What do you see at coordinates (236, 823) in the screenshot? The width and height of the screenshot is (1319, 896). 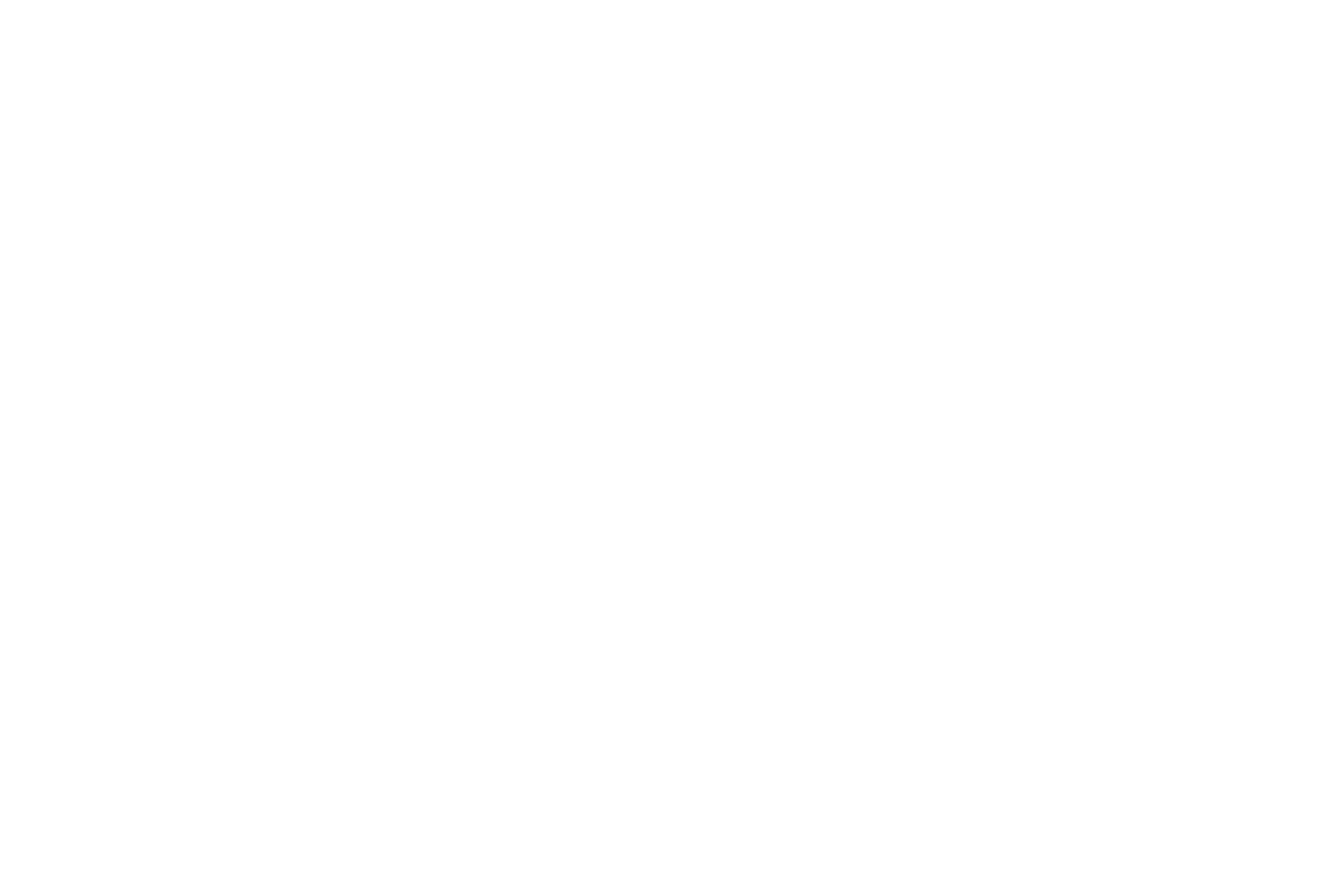 I see `'Media Management'` at bounding box center [236, 823].